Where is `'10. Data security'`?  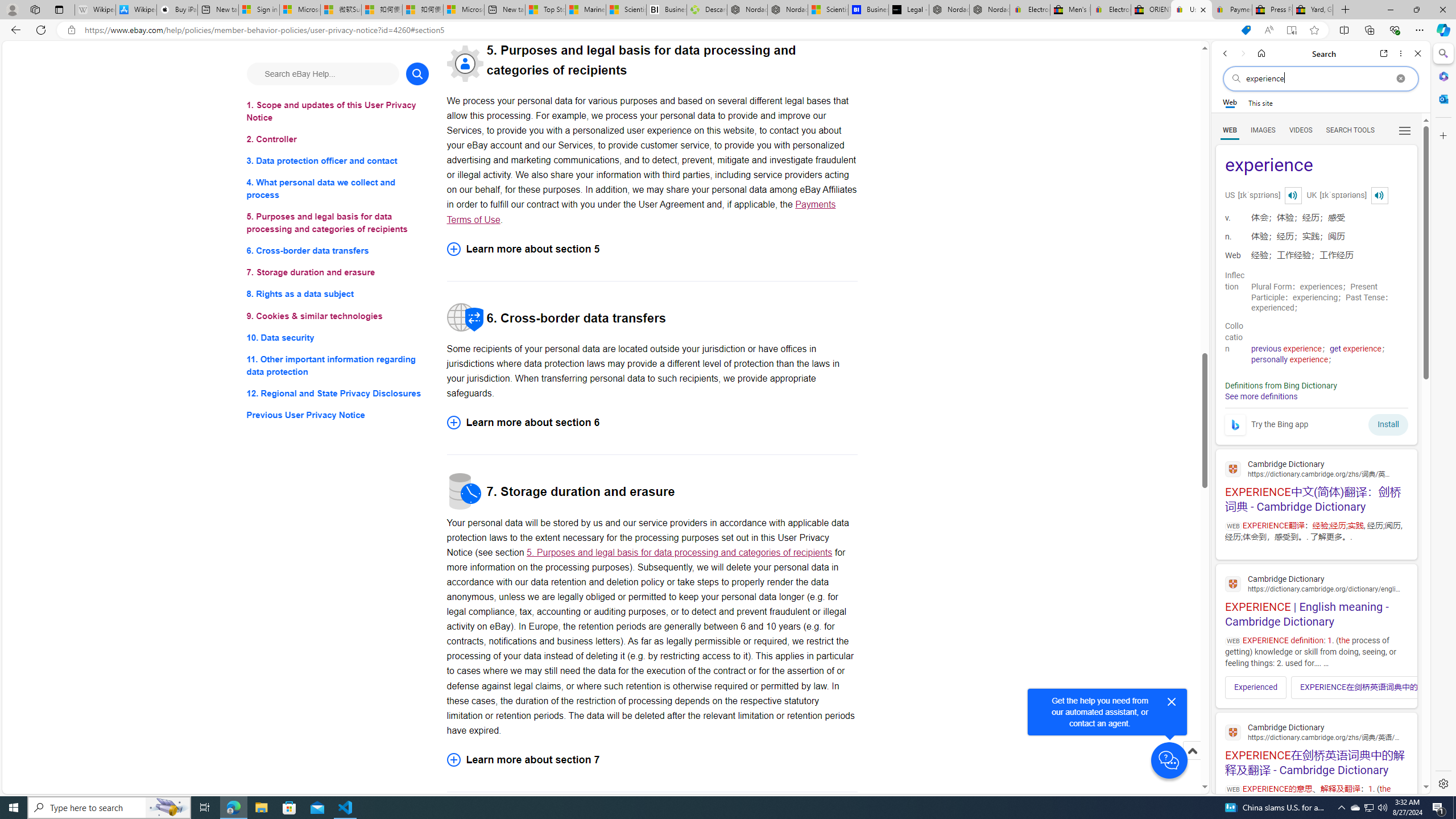
'10. Data security' is located at coordinates (337, 337).